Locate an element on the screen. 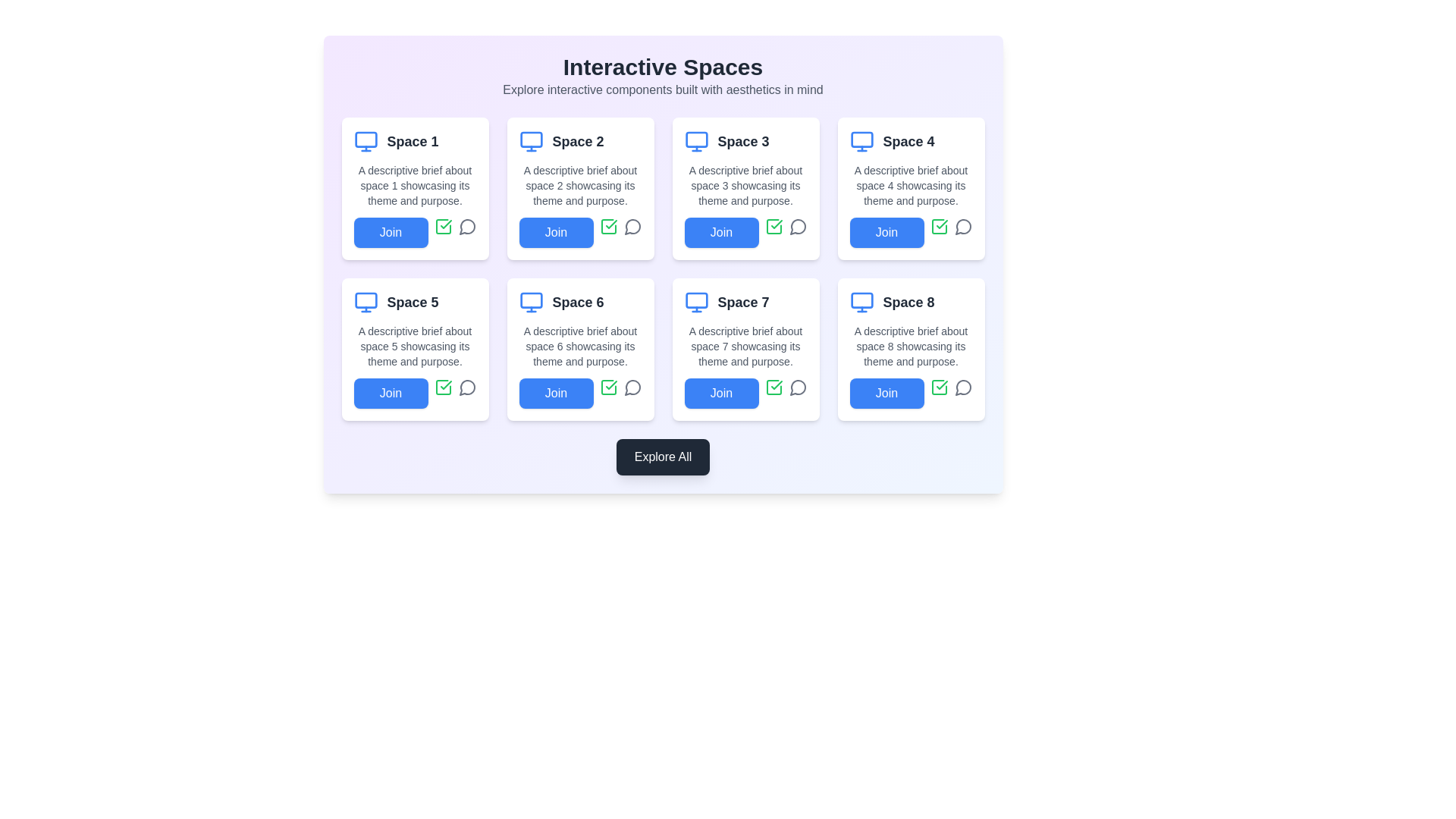  the green square icon button with a checkmark located is located at coordinates (608, 227).